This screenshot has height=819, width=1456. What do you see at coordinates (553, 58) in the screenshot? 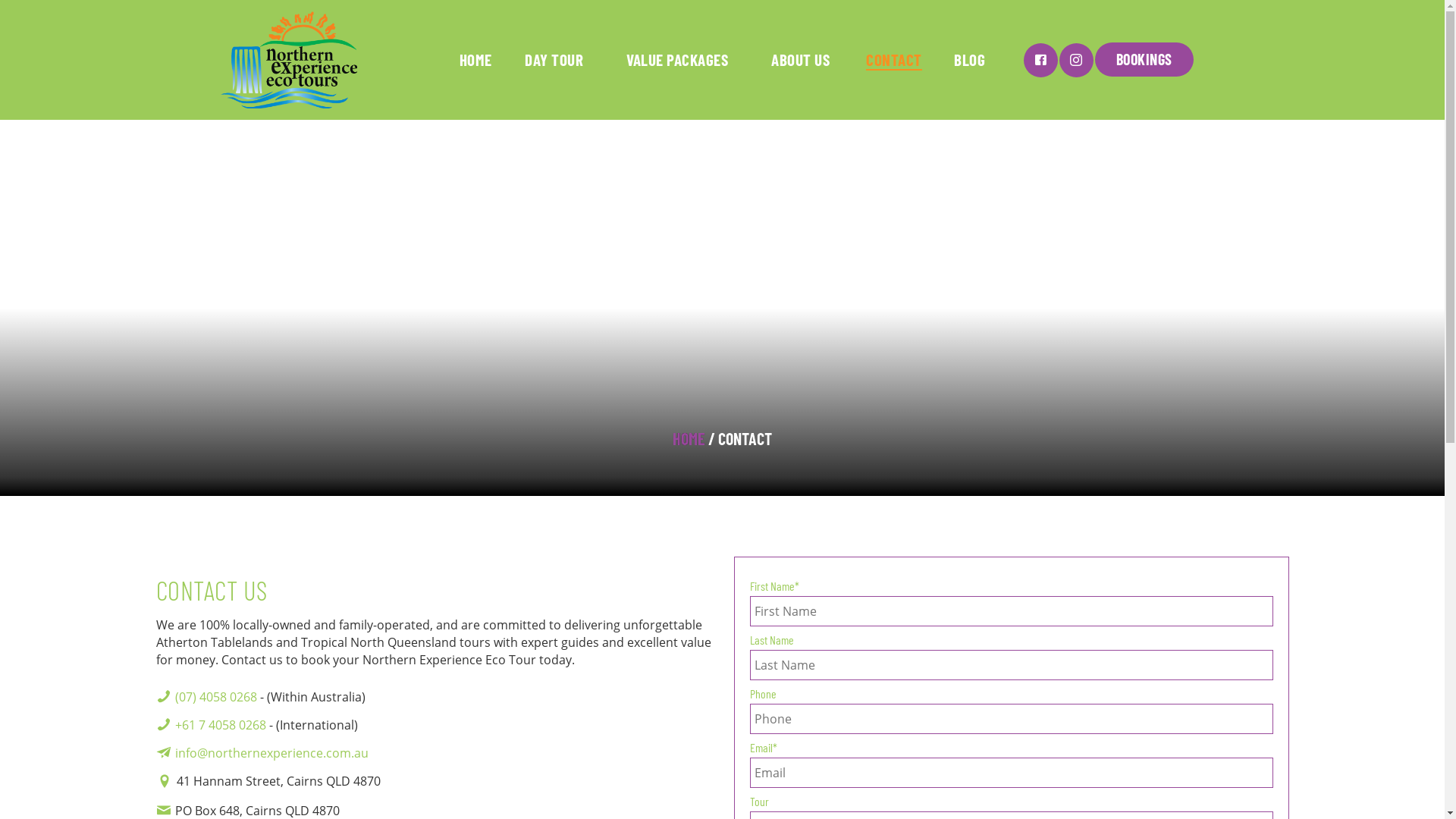
I see `'DAY TOUR'` at bounding box center [553, 58].